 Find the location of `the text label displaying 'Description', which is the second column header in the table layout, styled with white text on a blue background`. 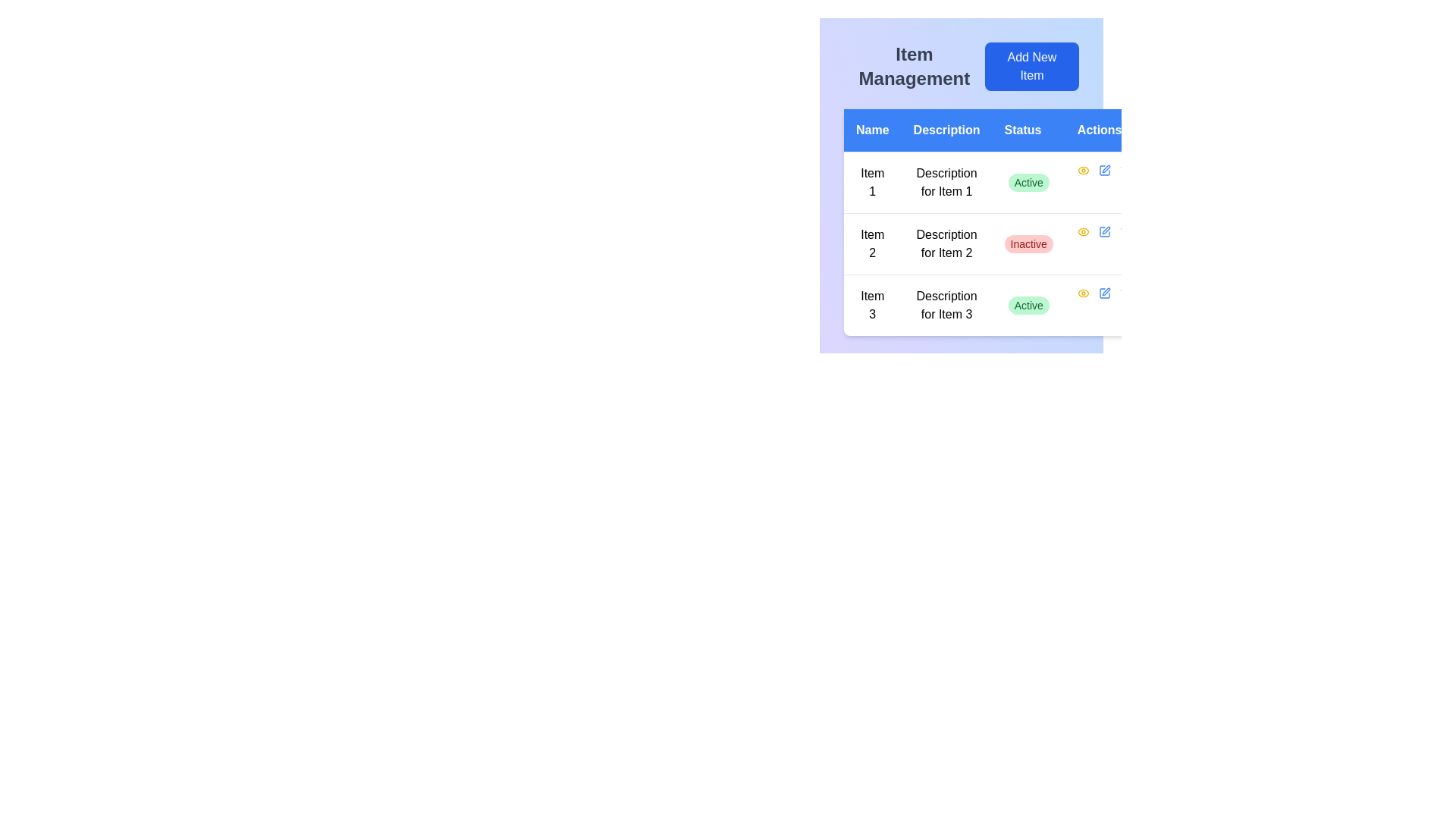

the text label displaying 'Description', which is the second column header in the table layout, styled with white text on a blue background is located at coordinates (946, 130).